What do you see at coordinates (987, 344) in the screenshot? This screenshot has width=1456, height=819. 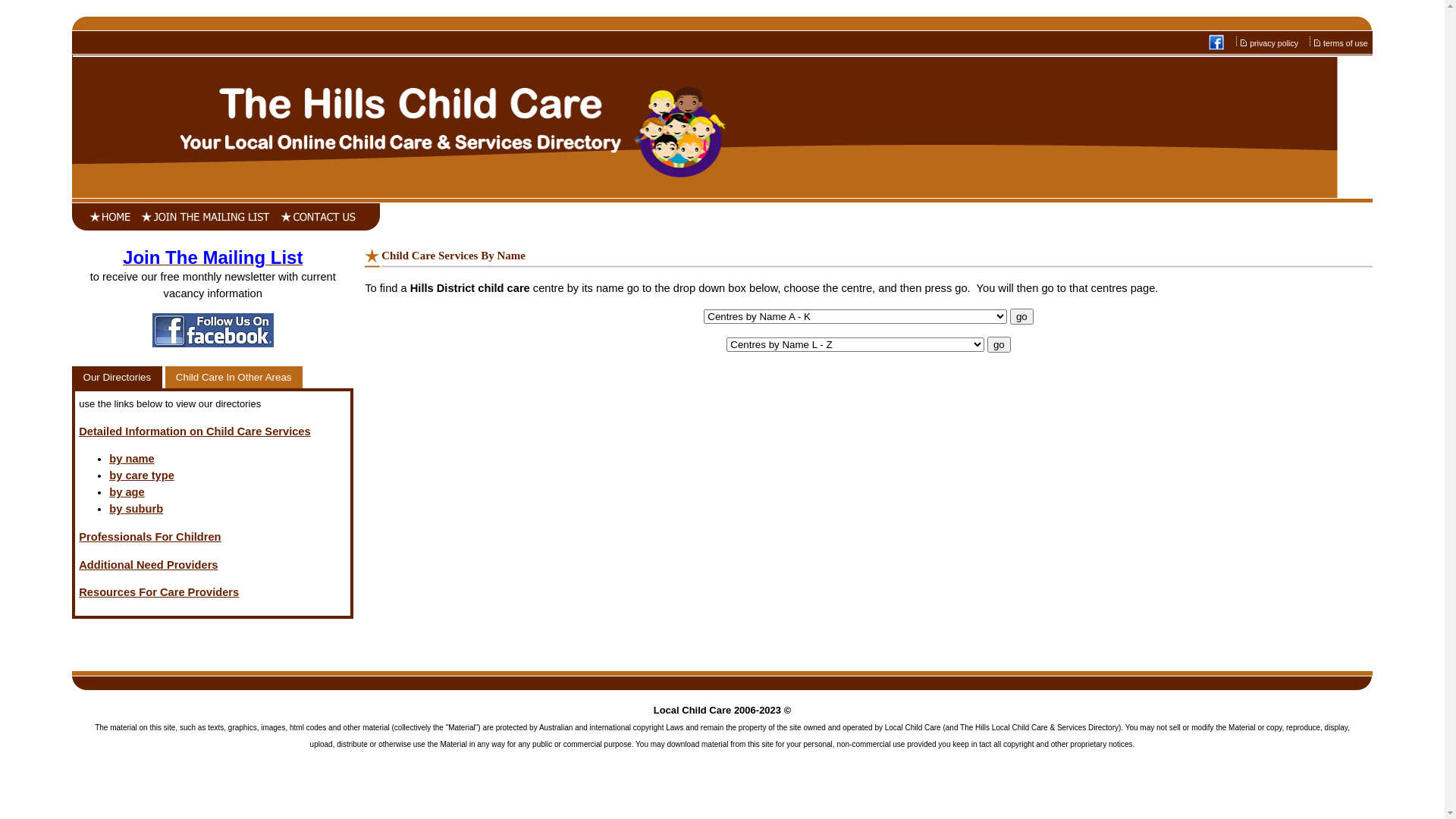 I see `'go'` at bounding box center [987, 344].